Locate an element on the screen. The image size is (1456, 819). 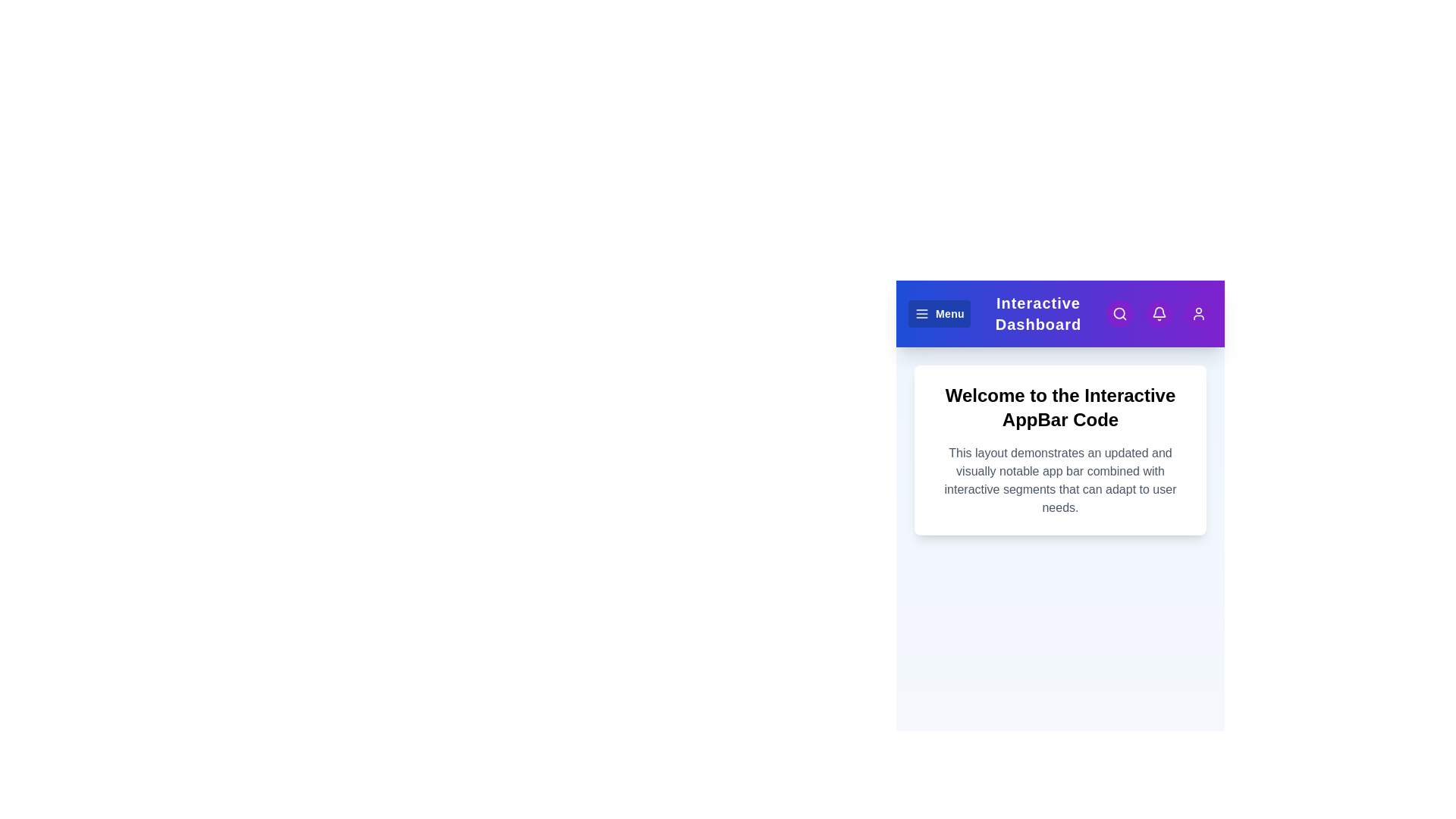
the 'Search' icon to initiate a search is located at coordinates (1120, 312).